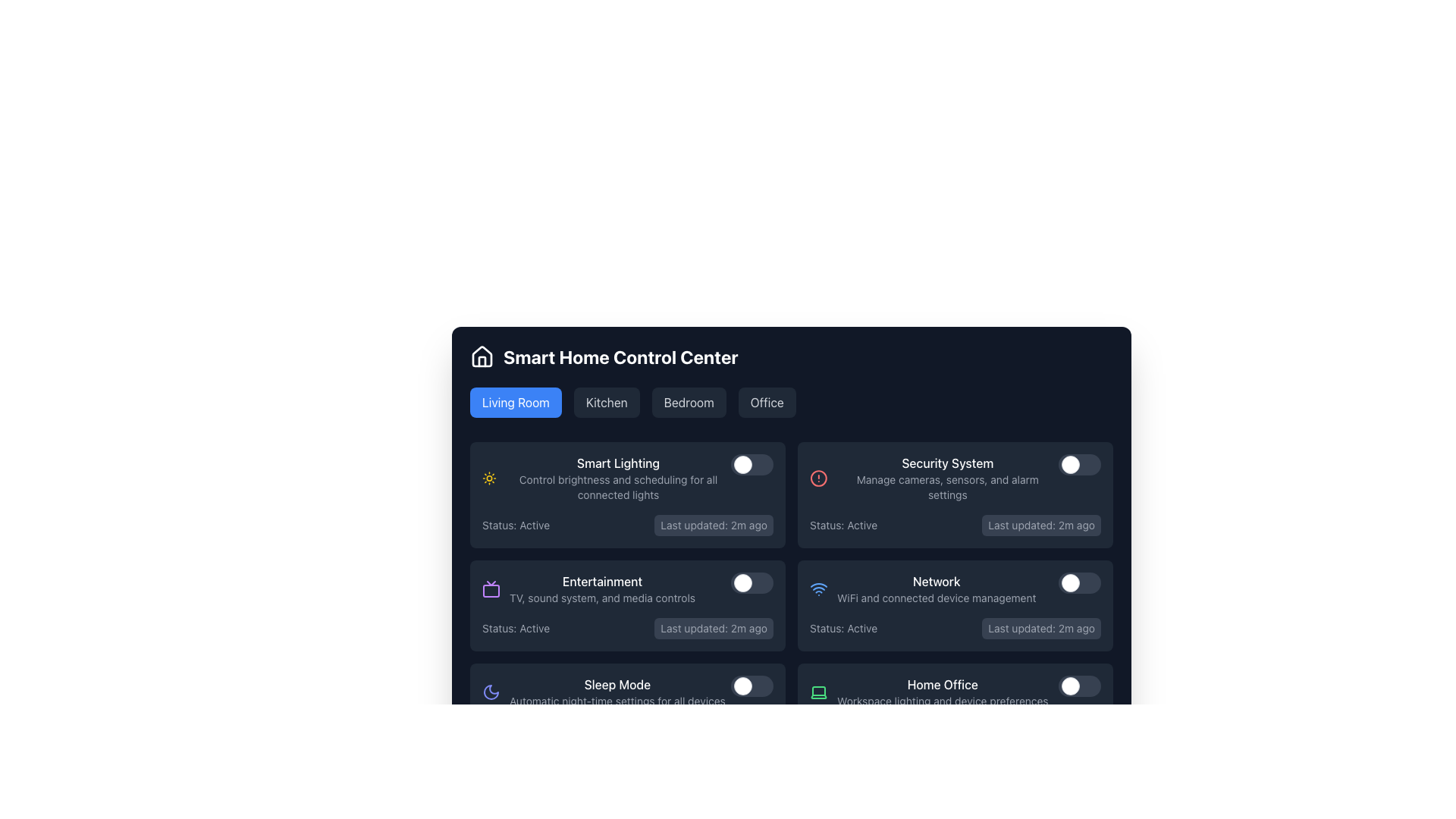 This screenshot has width=1456, height=819. I want to click on the 'Bedroom' navigation button, so click(688, 402).